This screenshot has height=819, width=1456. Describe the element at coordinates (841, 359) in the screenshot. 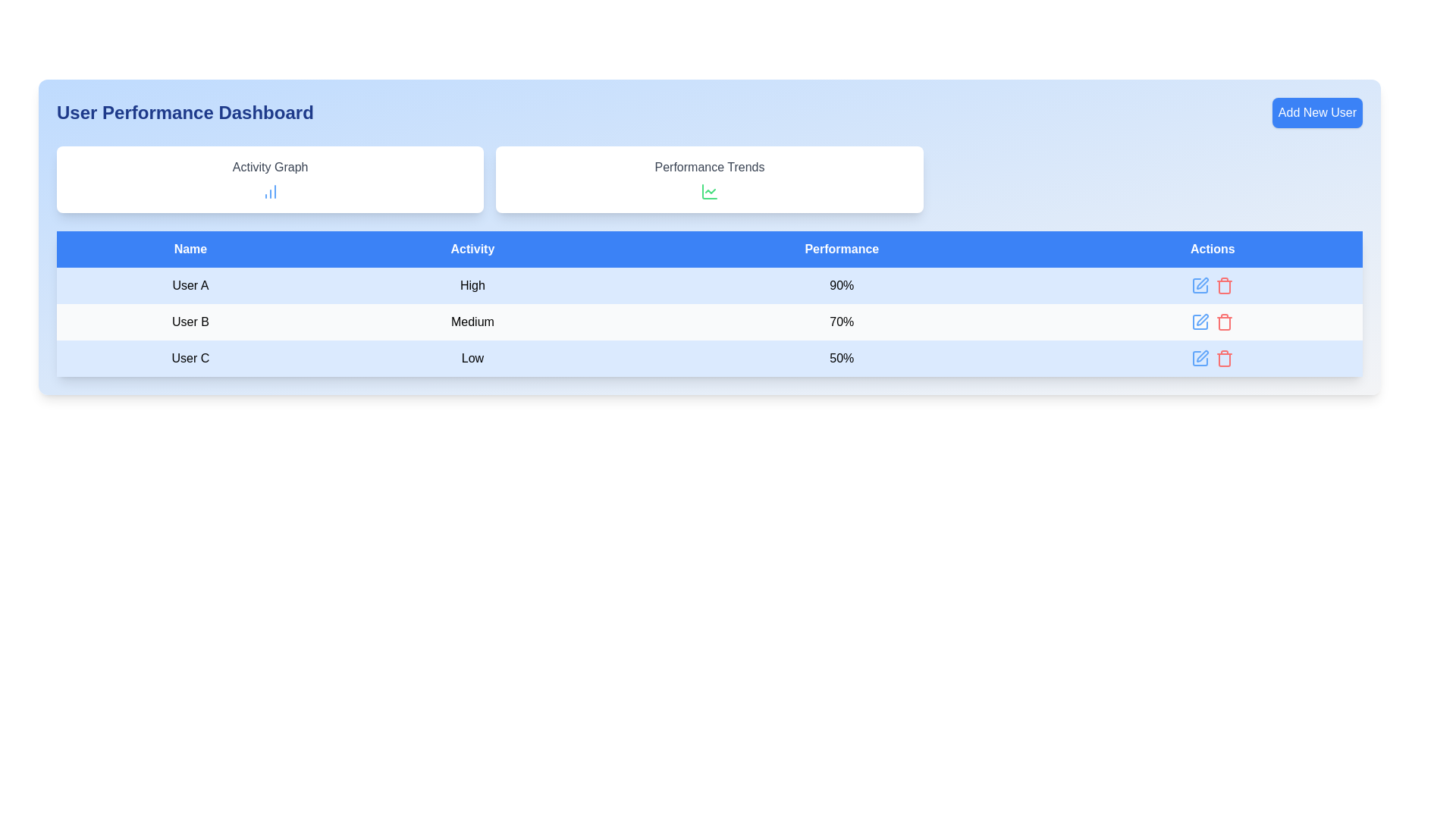

I see `the text element displaying '50%' in bold, located in the 'Performance' column of the third row corresponding to 'User C'` at that location.